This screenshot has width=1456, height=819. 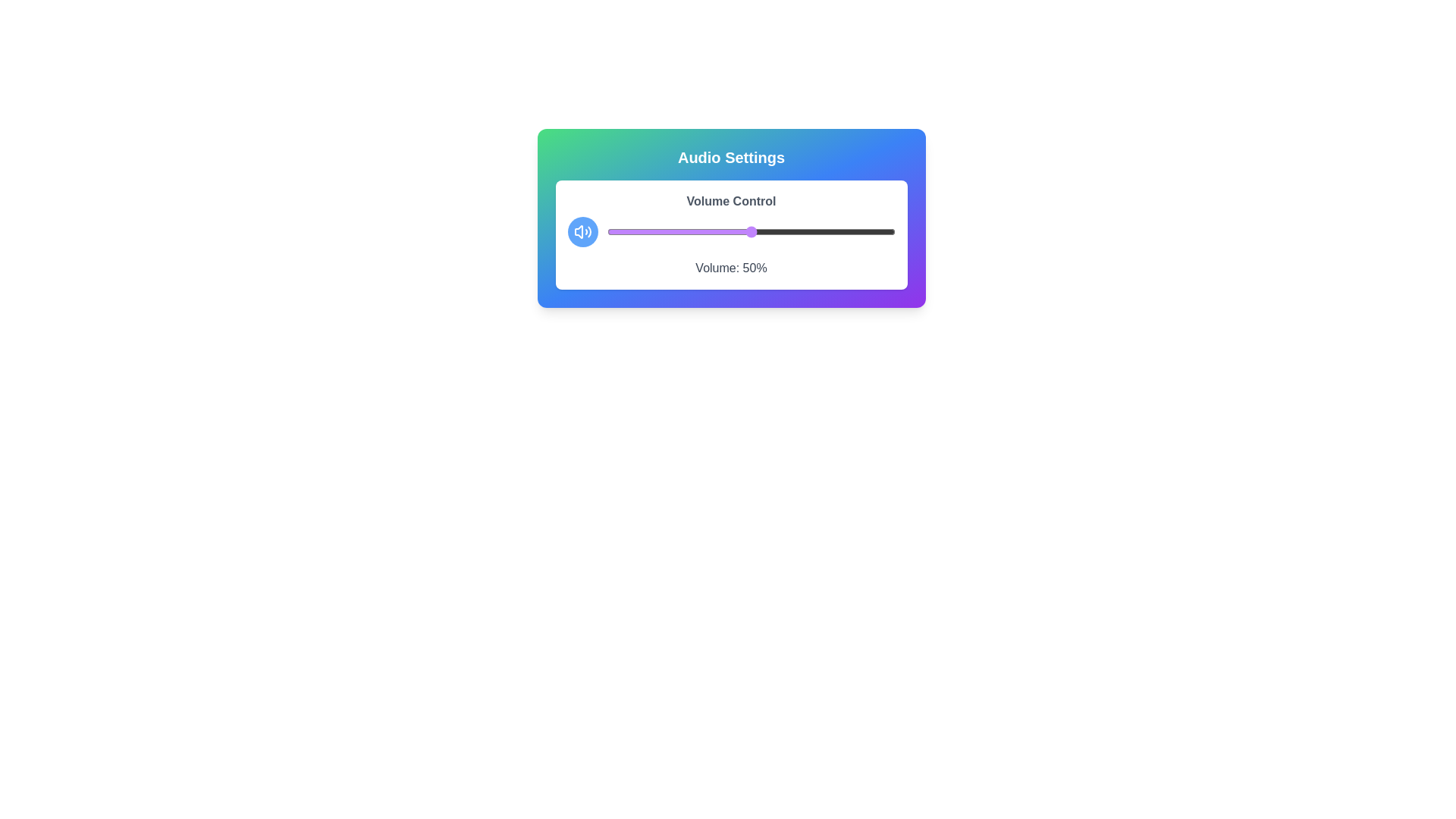 What do you see at coordinates (656, 231) in the screenshot?
I see `volume slider` at bounding box center [656, 231].